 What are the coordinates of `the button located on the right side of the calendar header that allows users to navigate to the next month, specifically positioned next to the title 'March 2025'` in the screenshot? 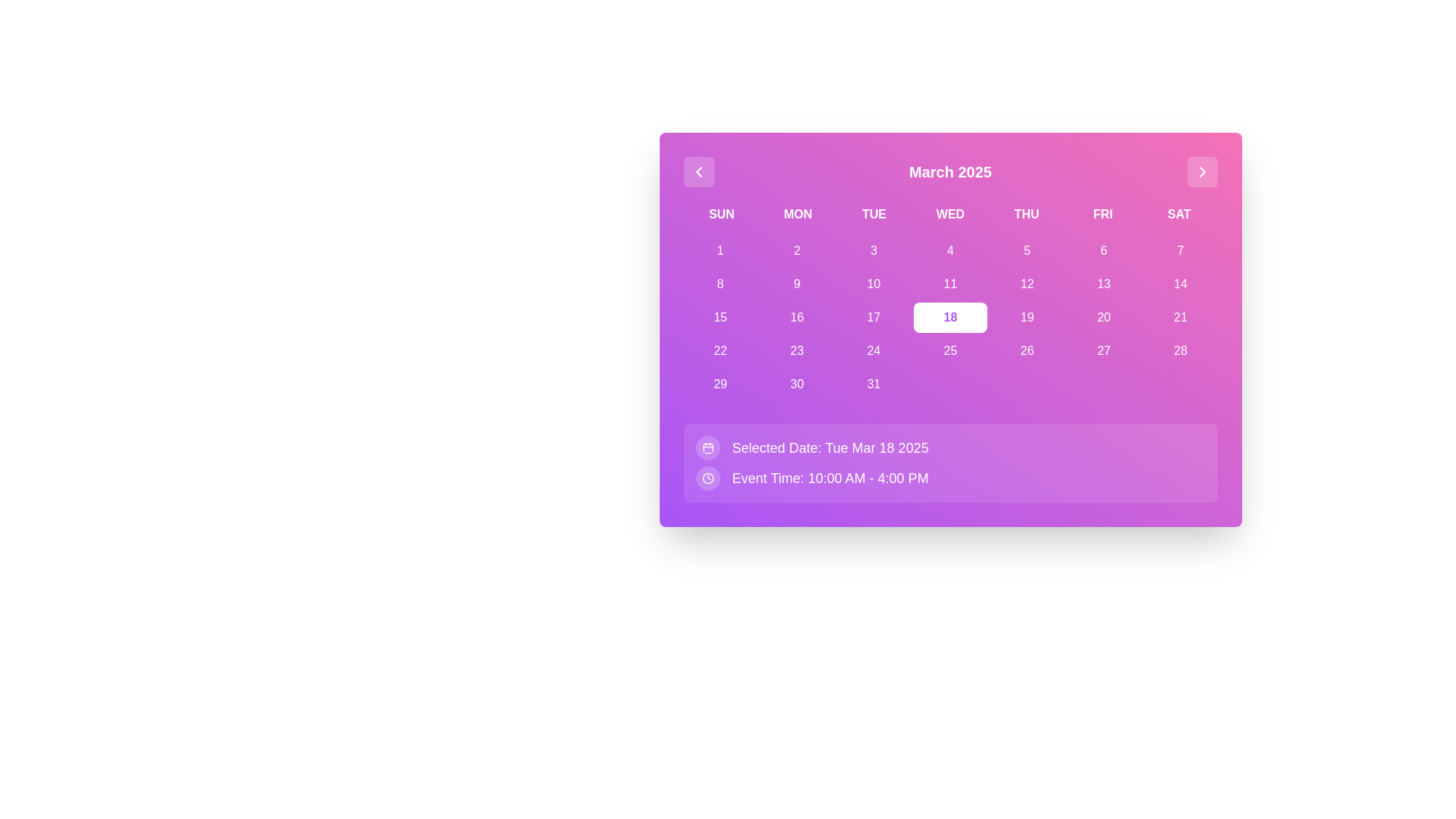 It's located at (1201, 171).